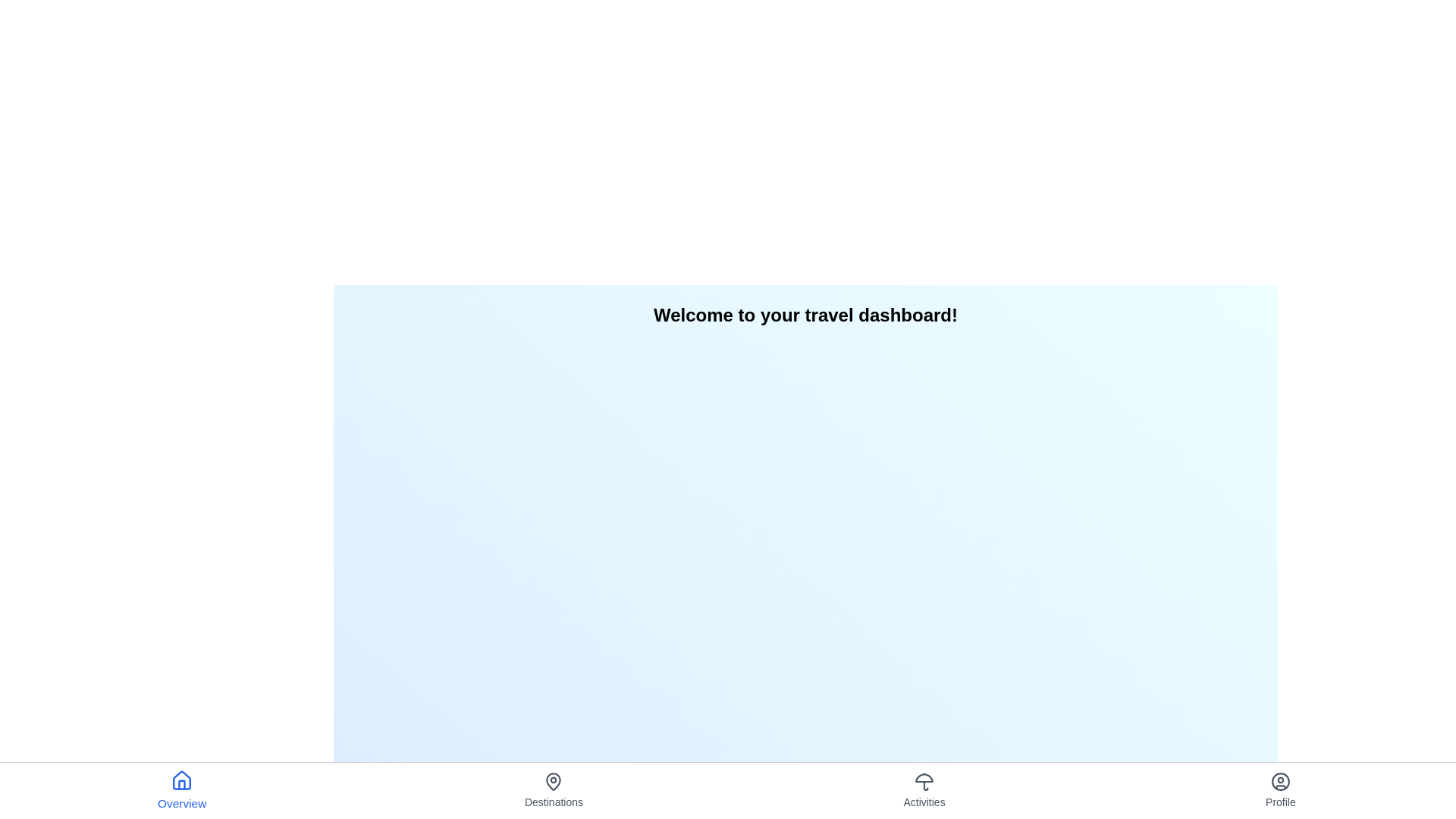  What do you see at coordinates (1279, 781) in the screenshot?
I see `the decorative circle that is part of the user profile icon located in the bottom navigation bar on the far-right side` at bounding box center [1279, 781].